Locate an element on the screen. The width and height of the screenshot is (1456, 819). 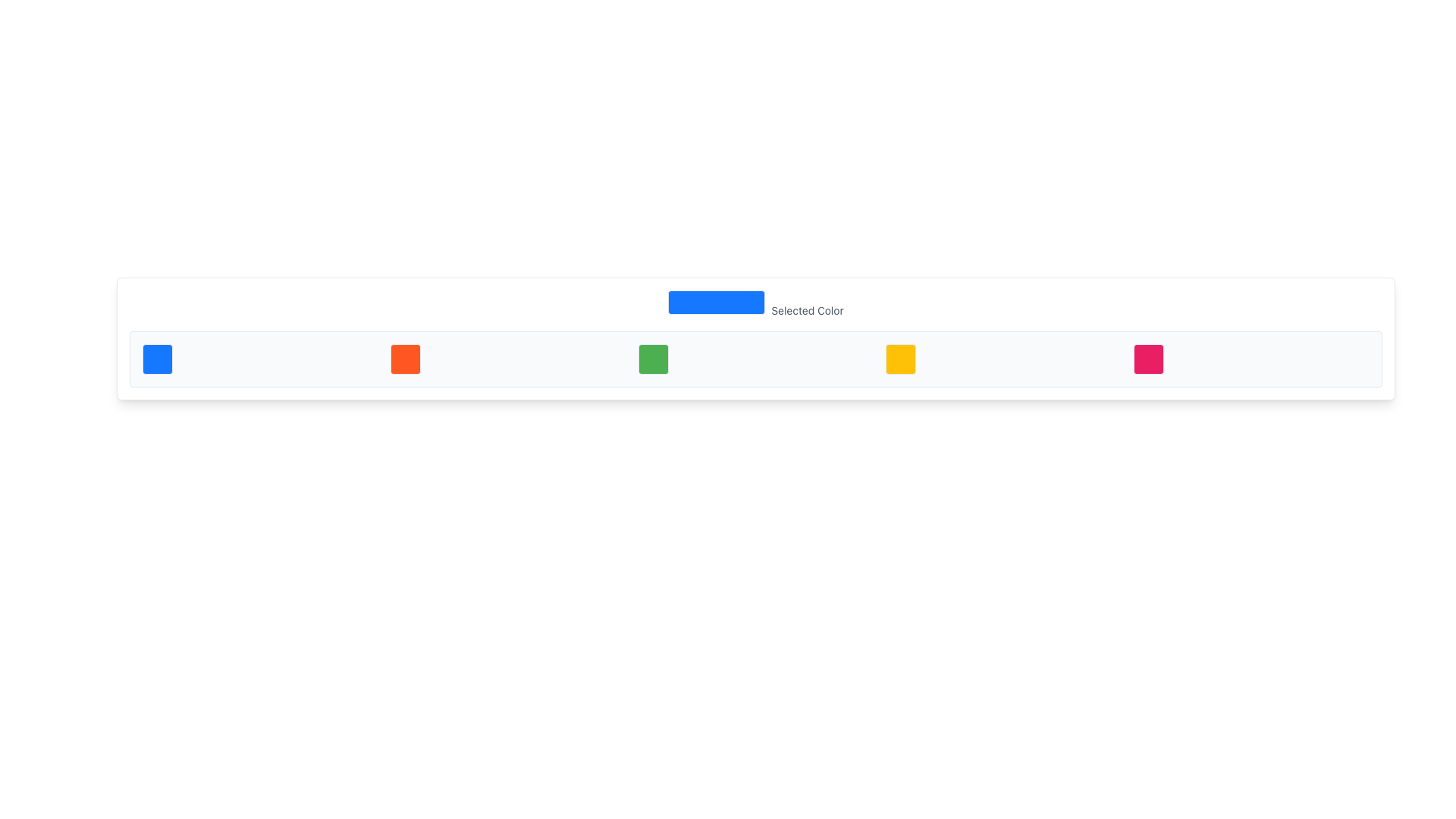
the 'Selected Color' text label and its associated blue rectangular box for accessibility purposes is located at coordinates (756, 304).